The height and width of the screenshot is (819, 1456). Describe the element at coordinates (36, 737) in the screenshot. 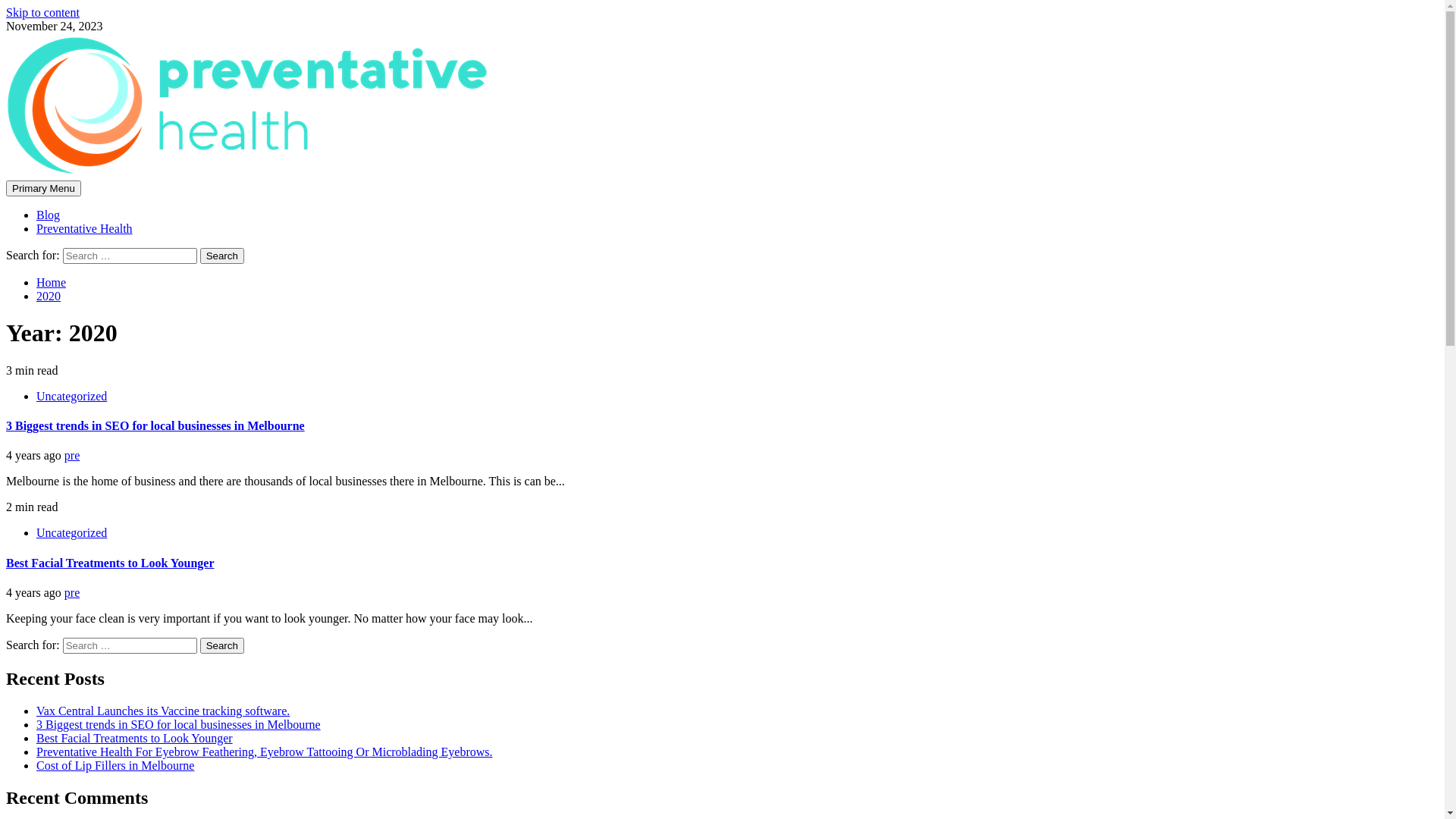

I see `'Best Facial Treatments to Look Younger'` at that location.